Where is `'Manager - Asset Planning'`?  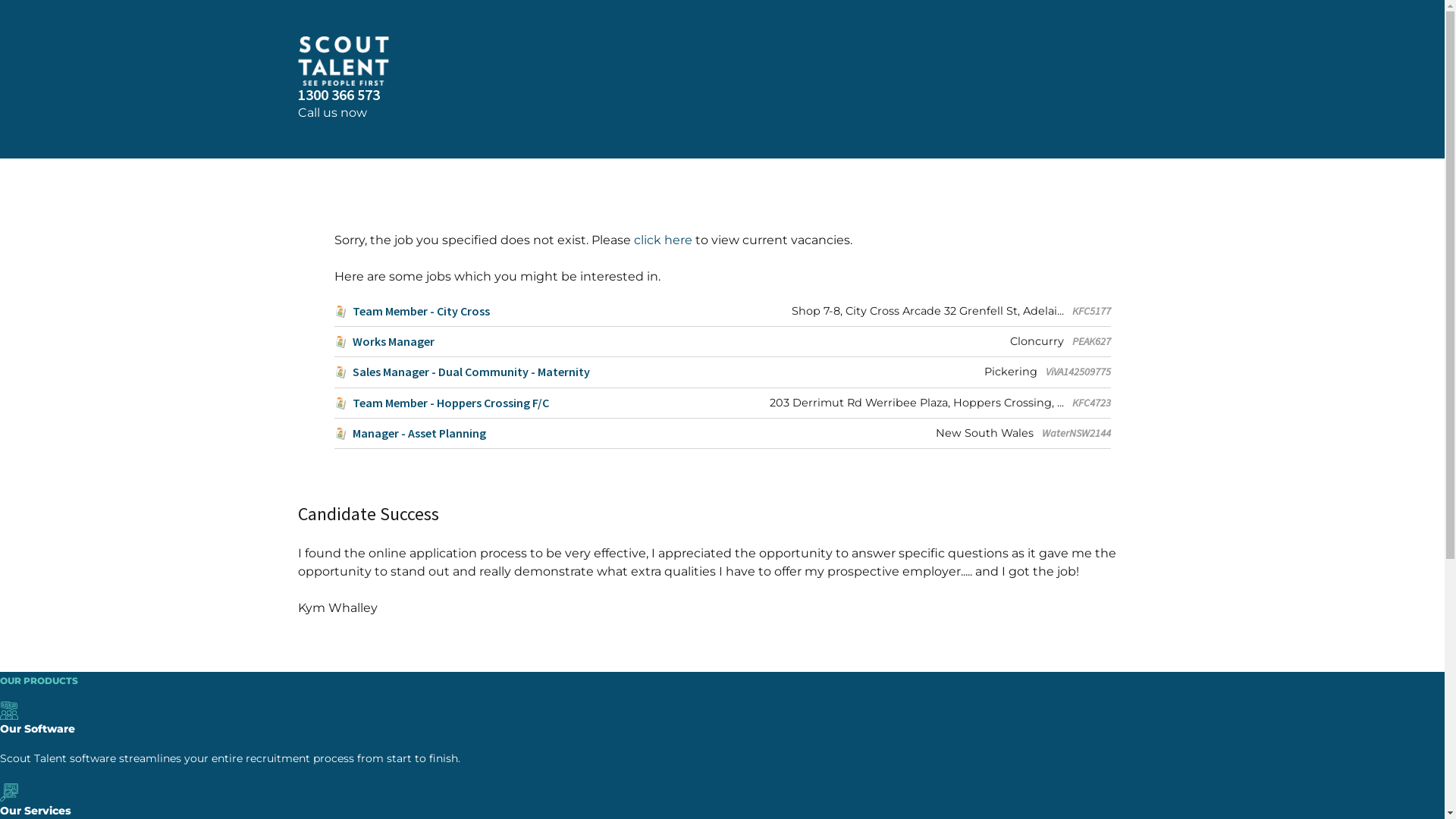 'Manager - Asset Planning' is located at coordinates (333, 433).